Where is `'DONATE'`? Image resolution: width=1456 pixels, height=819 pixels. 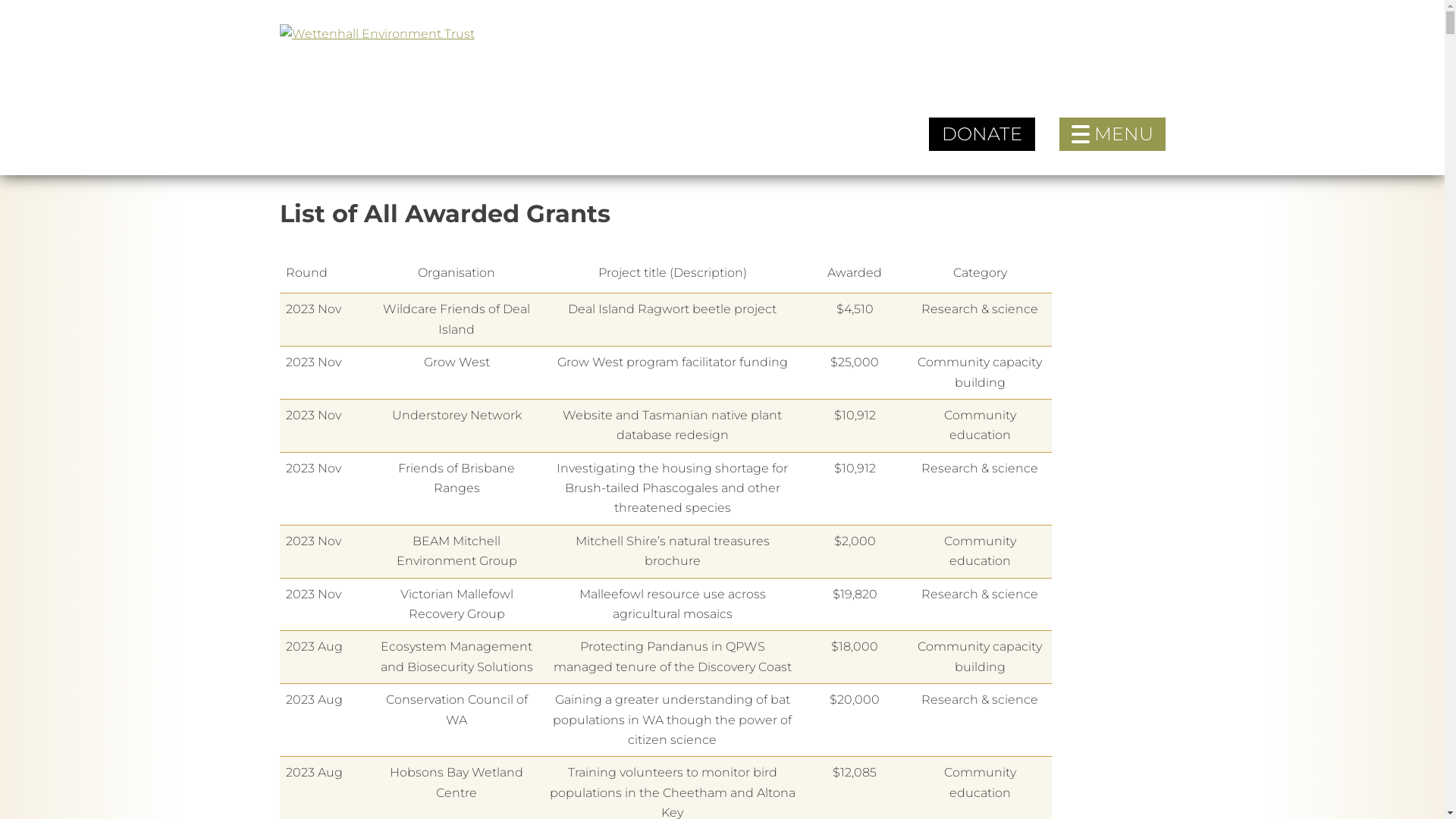 'DONATE' is located at coordinates (981, 133).